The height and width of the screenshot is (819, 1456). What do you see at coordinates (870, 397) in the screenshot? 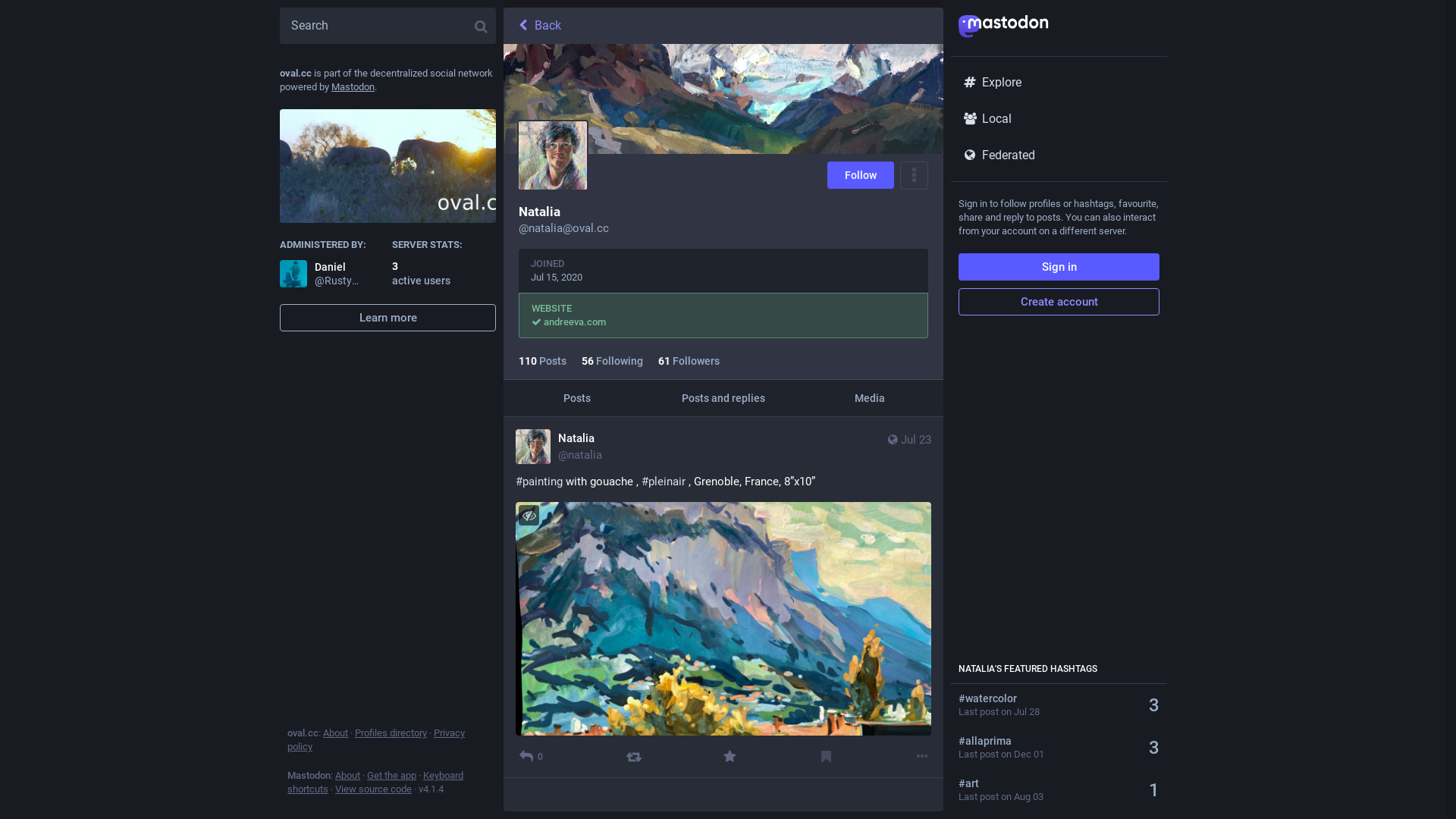
I see `'Media'` at bounding box center [870, 397].